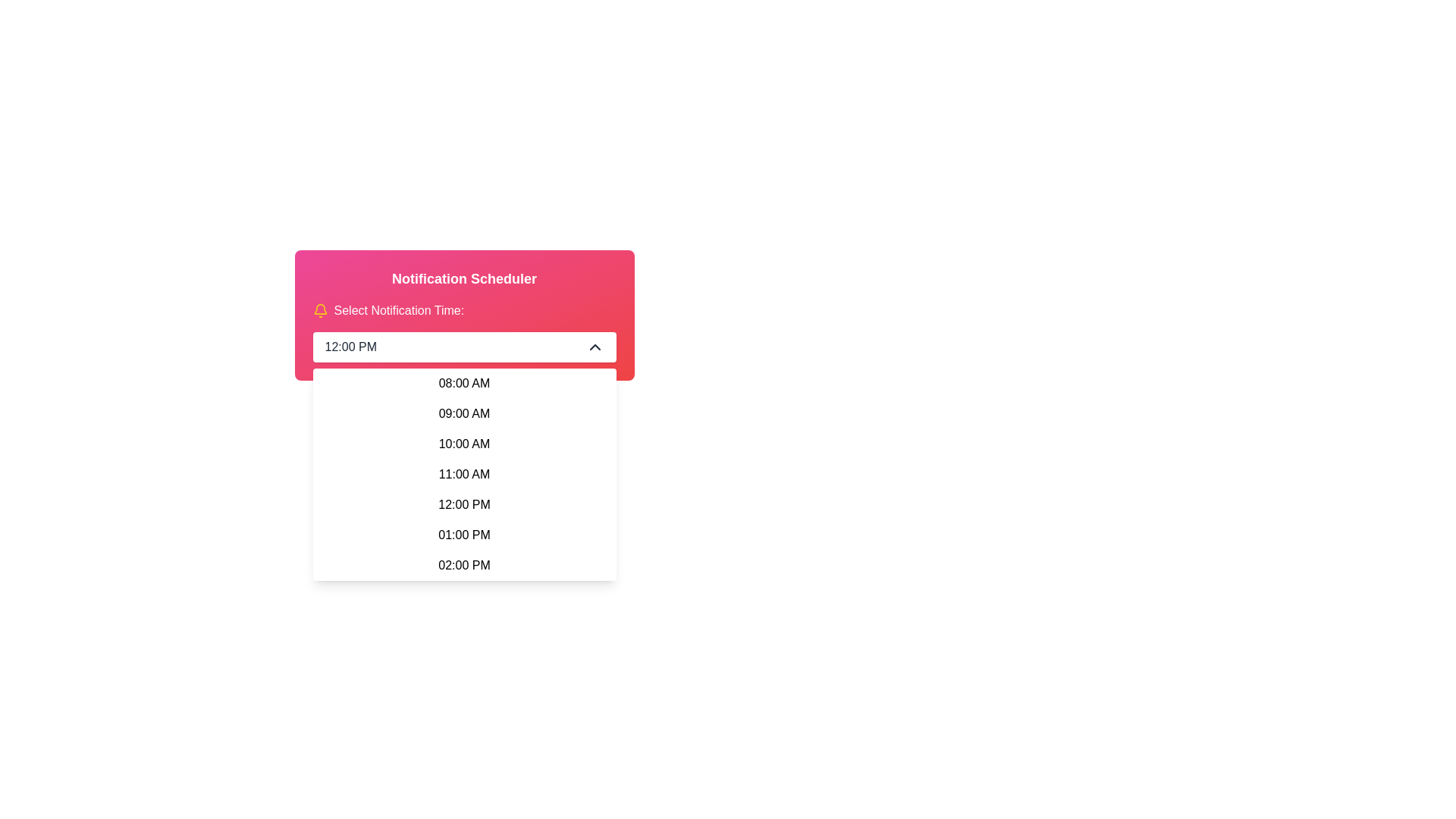 This screenshot has width=1456, height=819. Describe the element at coordinates (463, 565) in the screenshot. I see `the selectable menu option displaying '02:00 PM'` at that location.